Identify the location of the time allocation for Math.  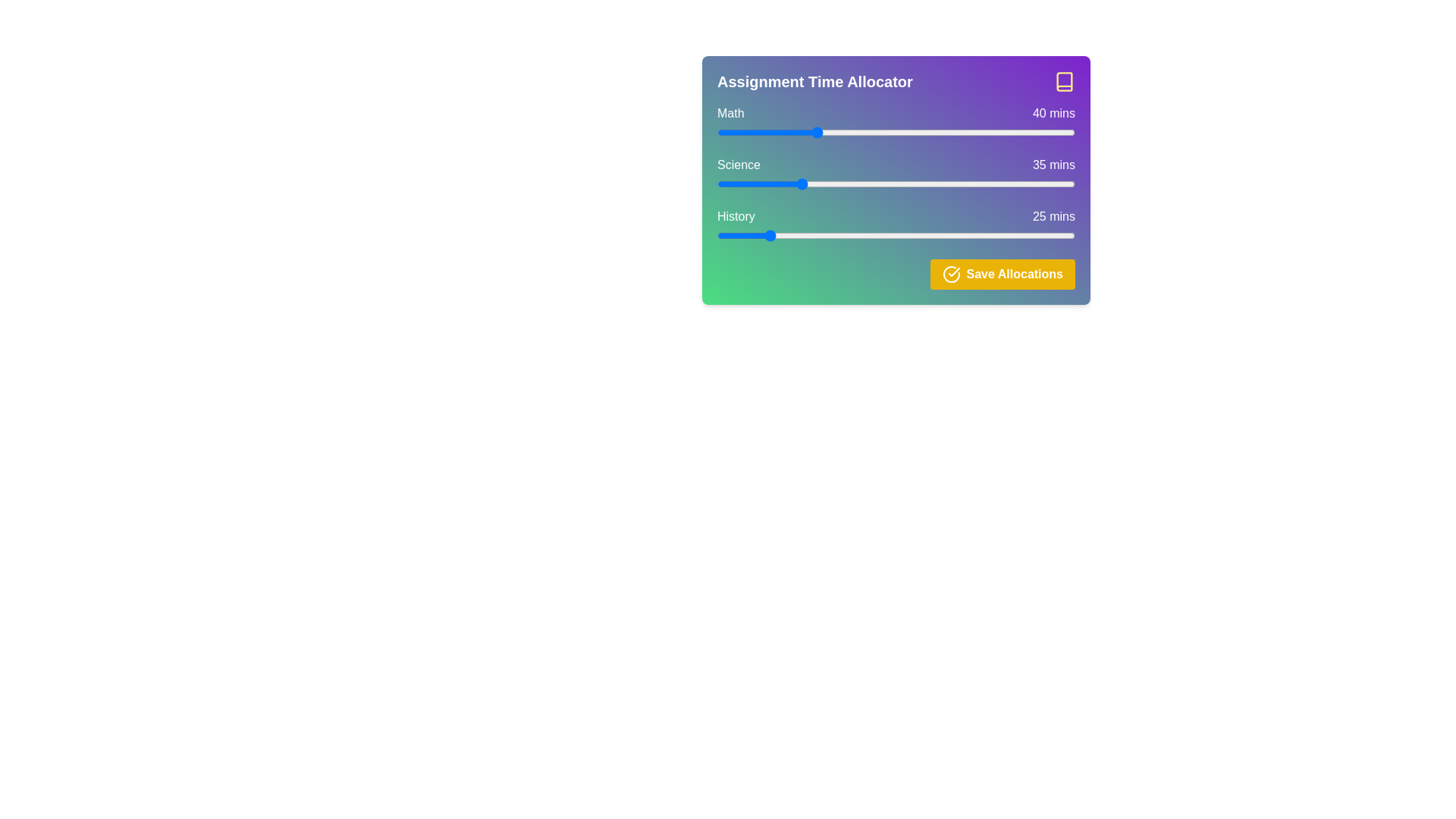
(833, 131).